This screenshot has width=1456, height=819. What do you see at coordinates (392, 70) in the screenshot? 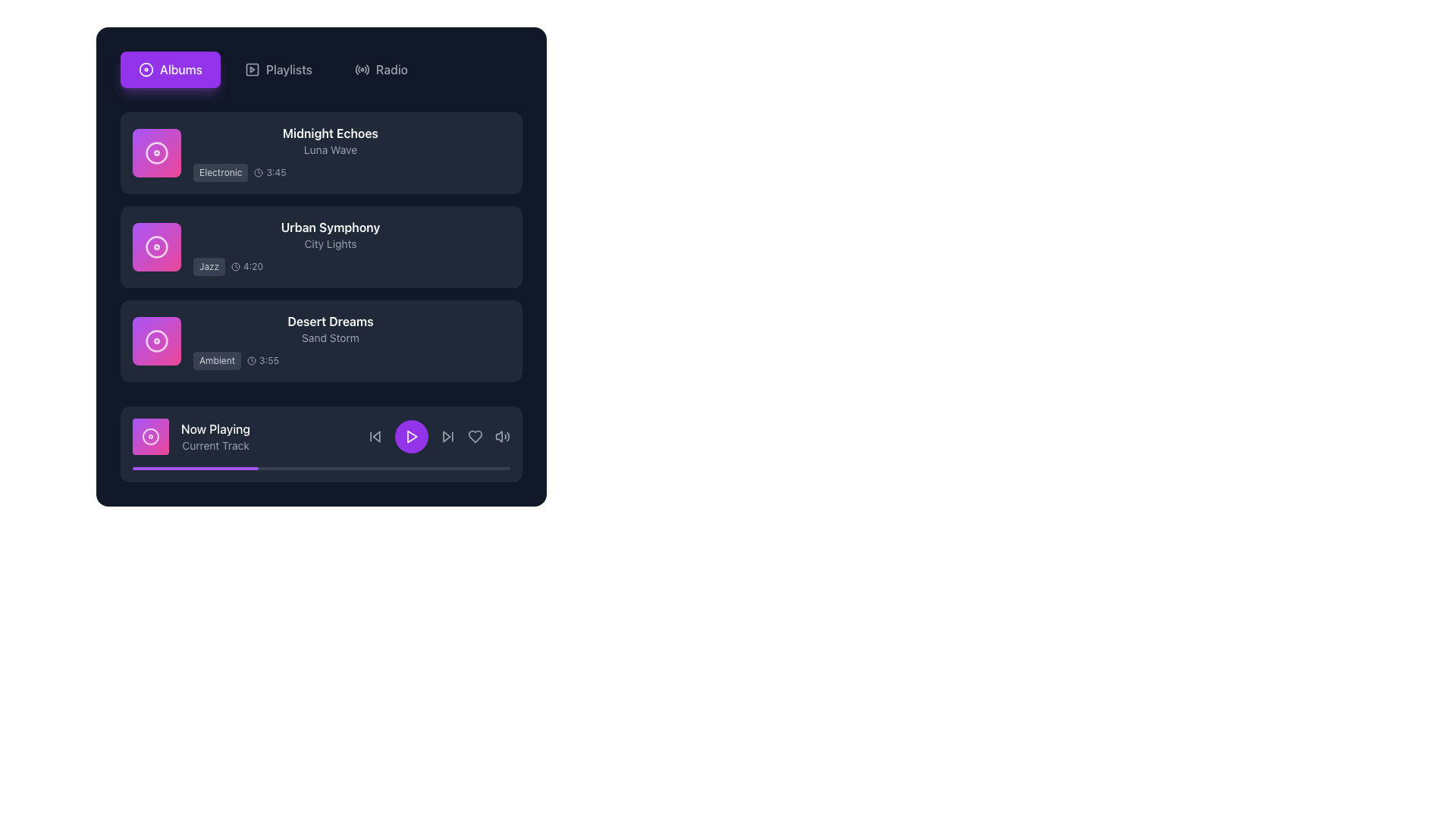
I see `text label 'Radio', which is the third item in the horizontal menu located at the top-right segment of the interface, following 'Albums' and 'Playlists'` at bounding box center [392, 70].